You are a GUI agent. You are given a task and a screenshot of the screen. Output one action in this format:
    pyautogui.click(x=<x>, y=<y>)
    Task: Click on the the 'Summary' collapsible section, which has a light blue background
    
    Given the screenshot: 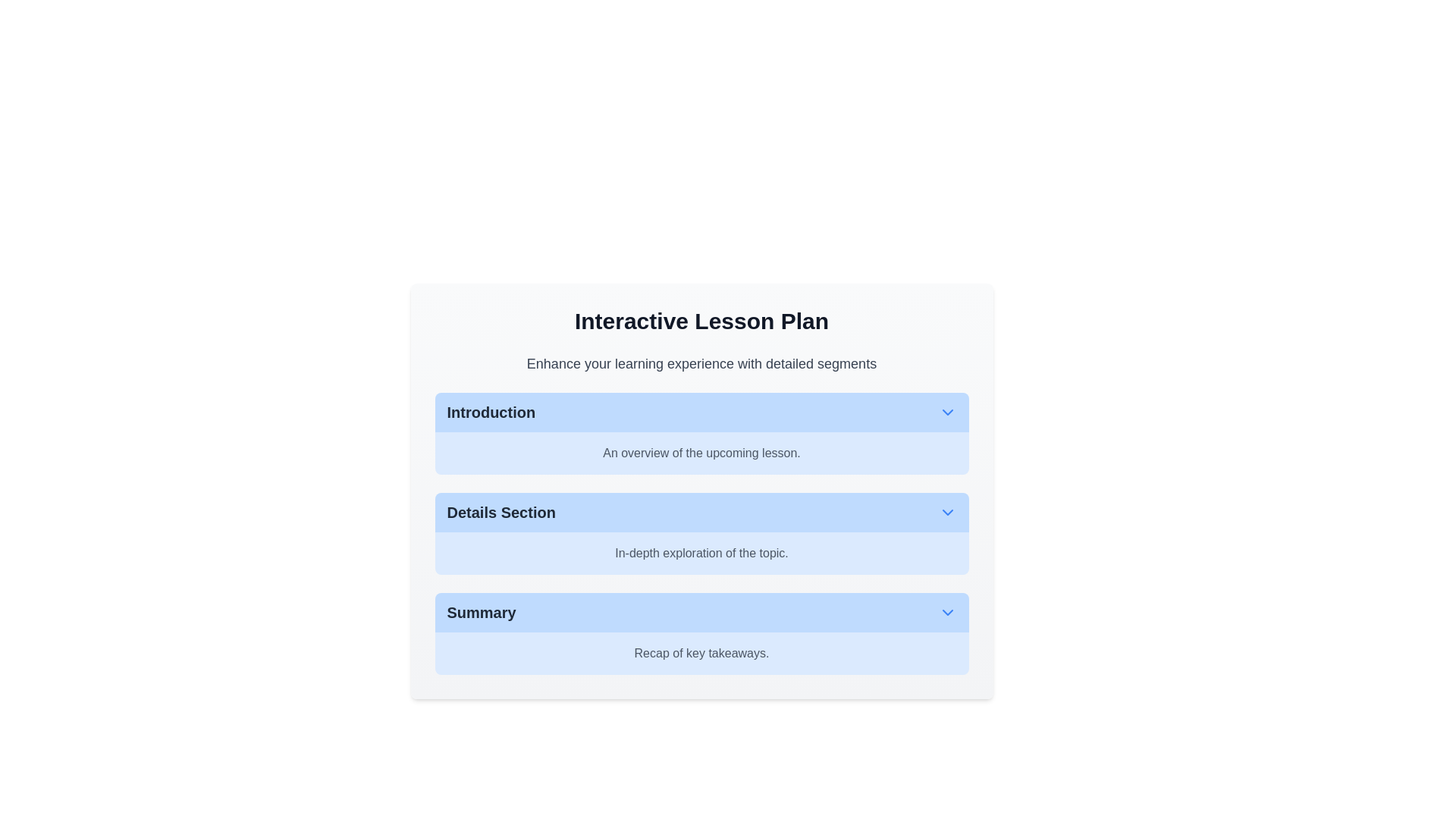 What is the action you would take?
    pyautogui.click(x=701, y=634)
    